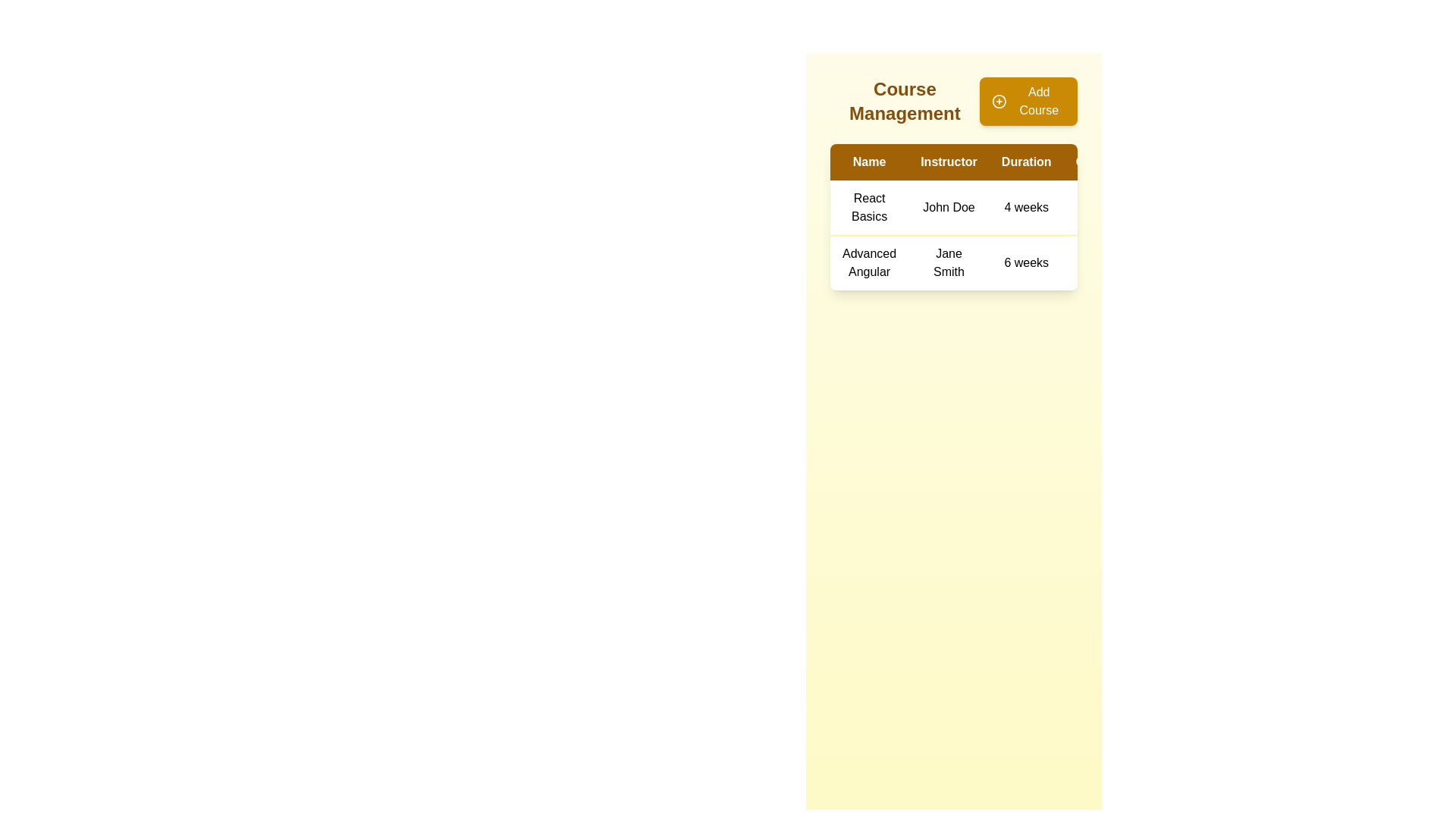 The image size is (1456, 819). I want to click on the 'Add Course' button, so click(1028, 102).